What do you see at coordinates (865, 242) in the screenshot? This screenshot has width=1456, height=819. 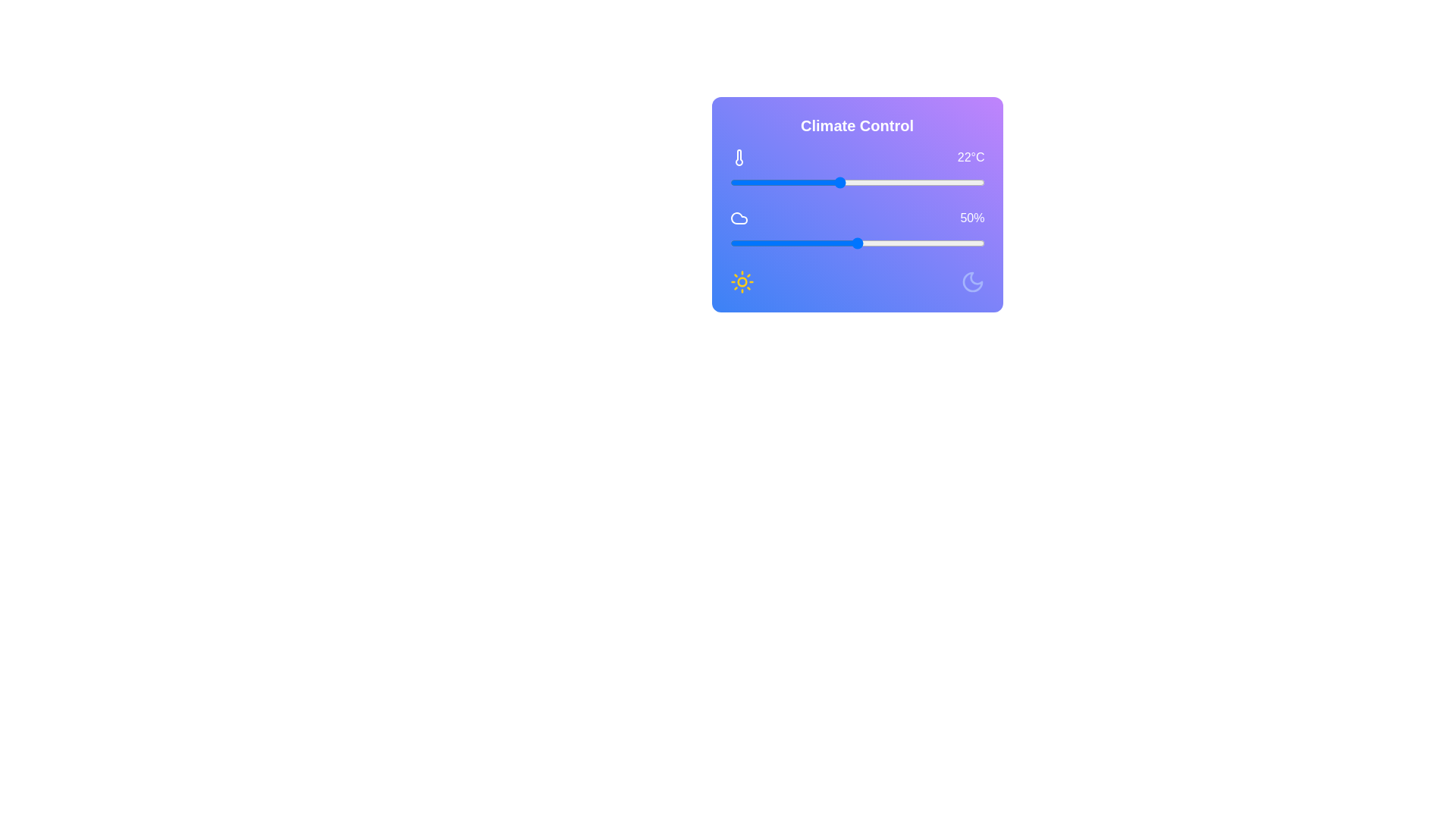 I see `the slider value` at bounding box center [865, 242].